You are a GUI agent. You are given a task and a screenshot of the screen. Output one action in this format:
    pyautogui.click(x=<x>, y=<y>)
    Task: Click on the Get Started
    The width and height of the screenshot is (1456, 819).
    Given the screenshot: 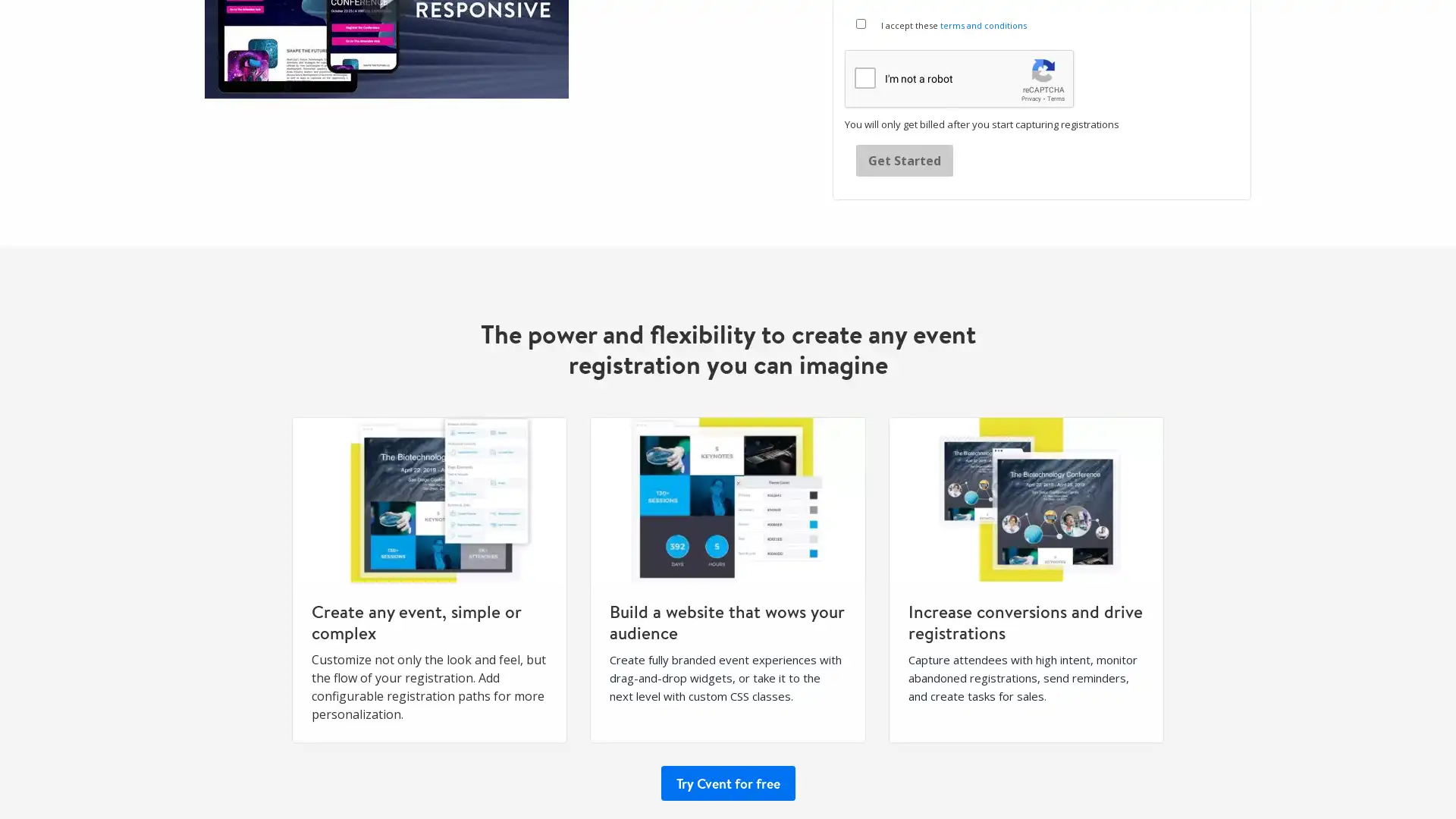 What is the action you would take?
    pyautogui.click(x=905, y=160)
    